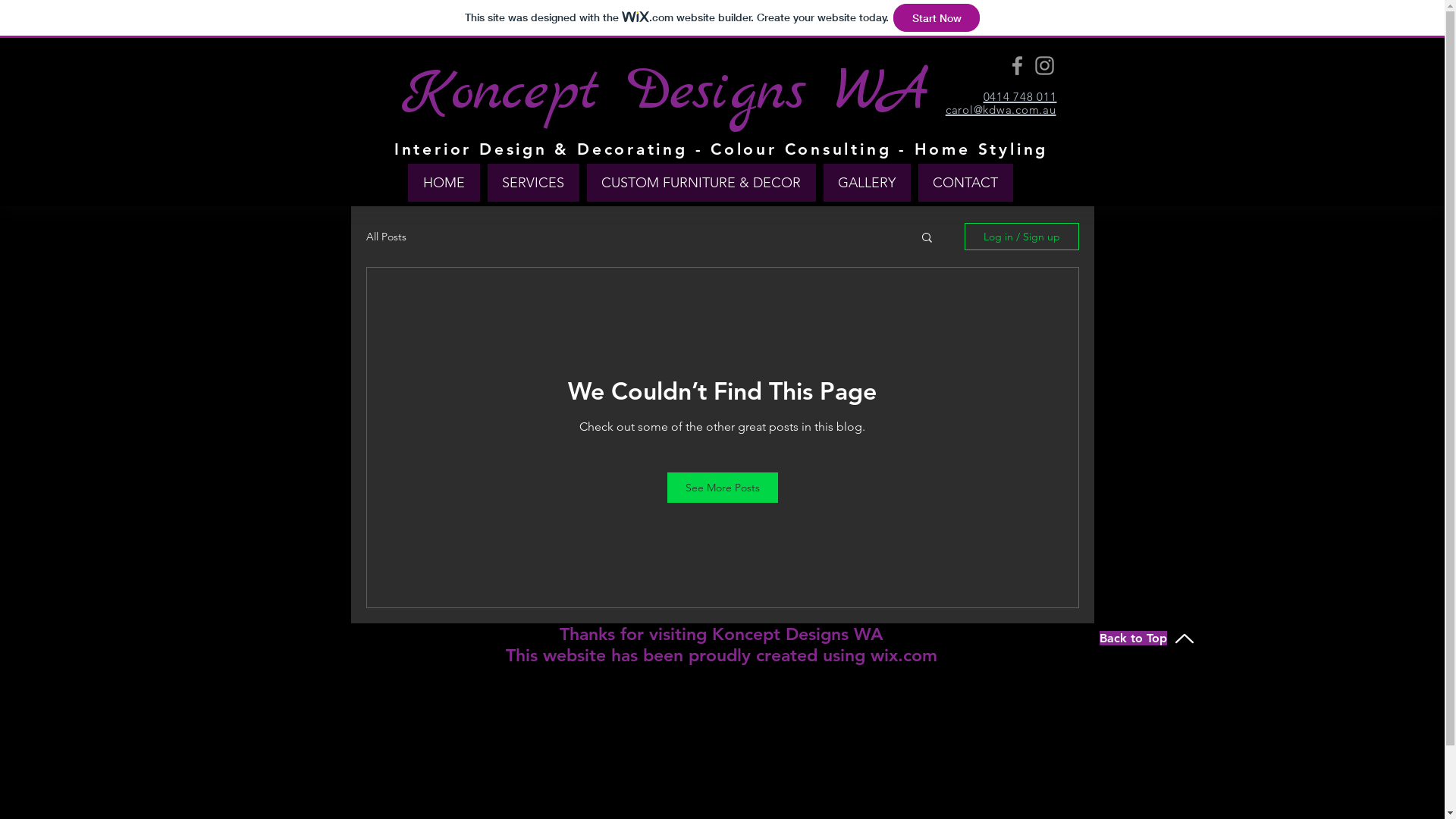 The width and height of the screenshot is (1456, 819). Describe the element at coordinates (667, 488) in the screenshot. I see `'See More Posts'` at that location.